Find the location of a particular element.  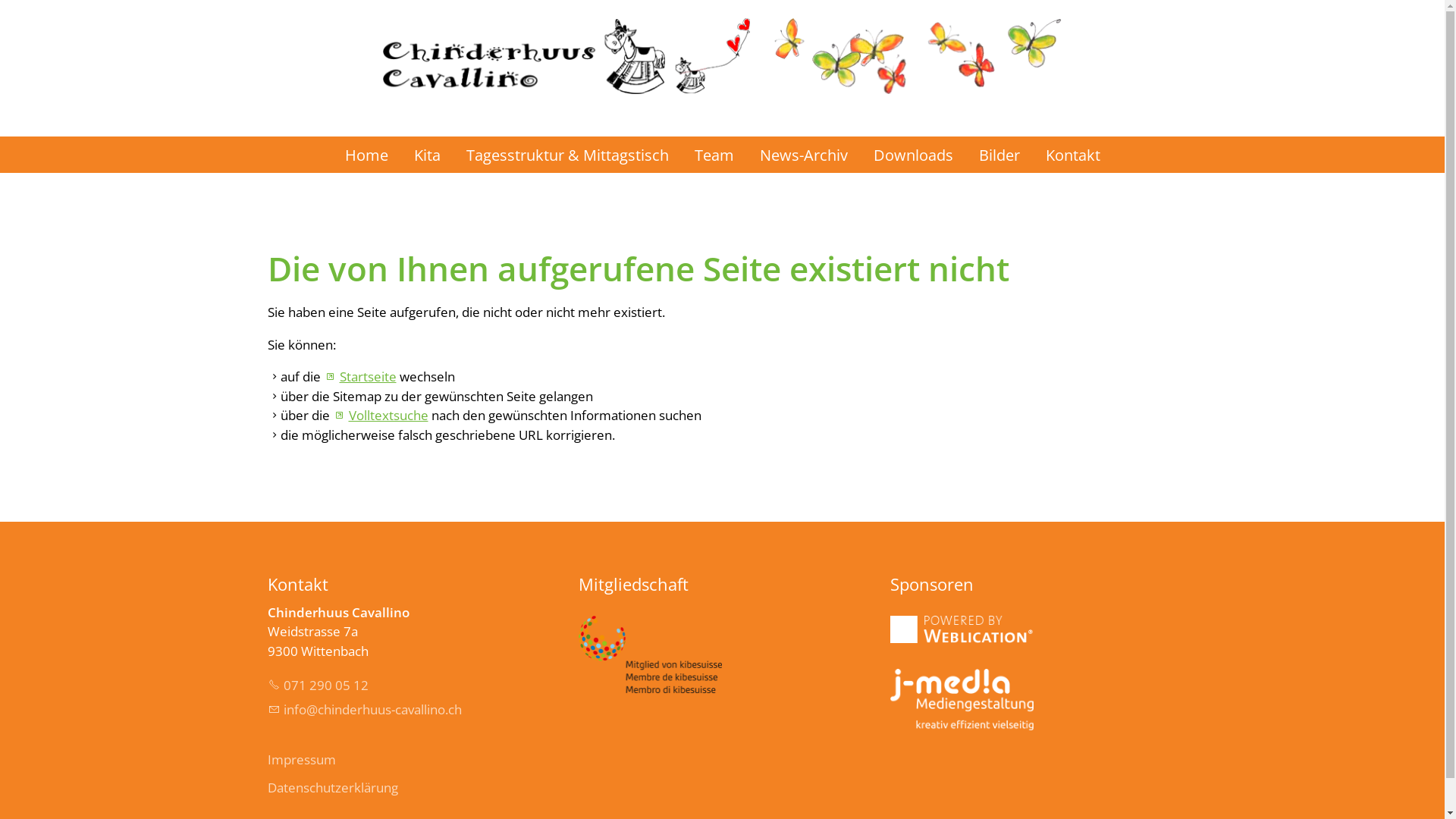

'Tagesstruktur & Mittagstisch' is located at coordinates (453, 155).